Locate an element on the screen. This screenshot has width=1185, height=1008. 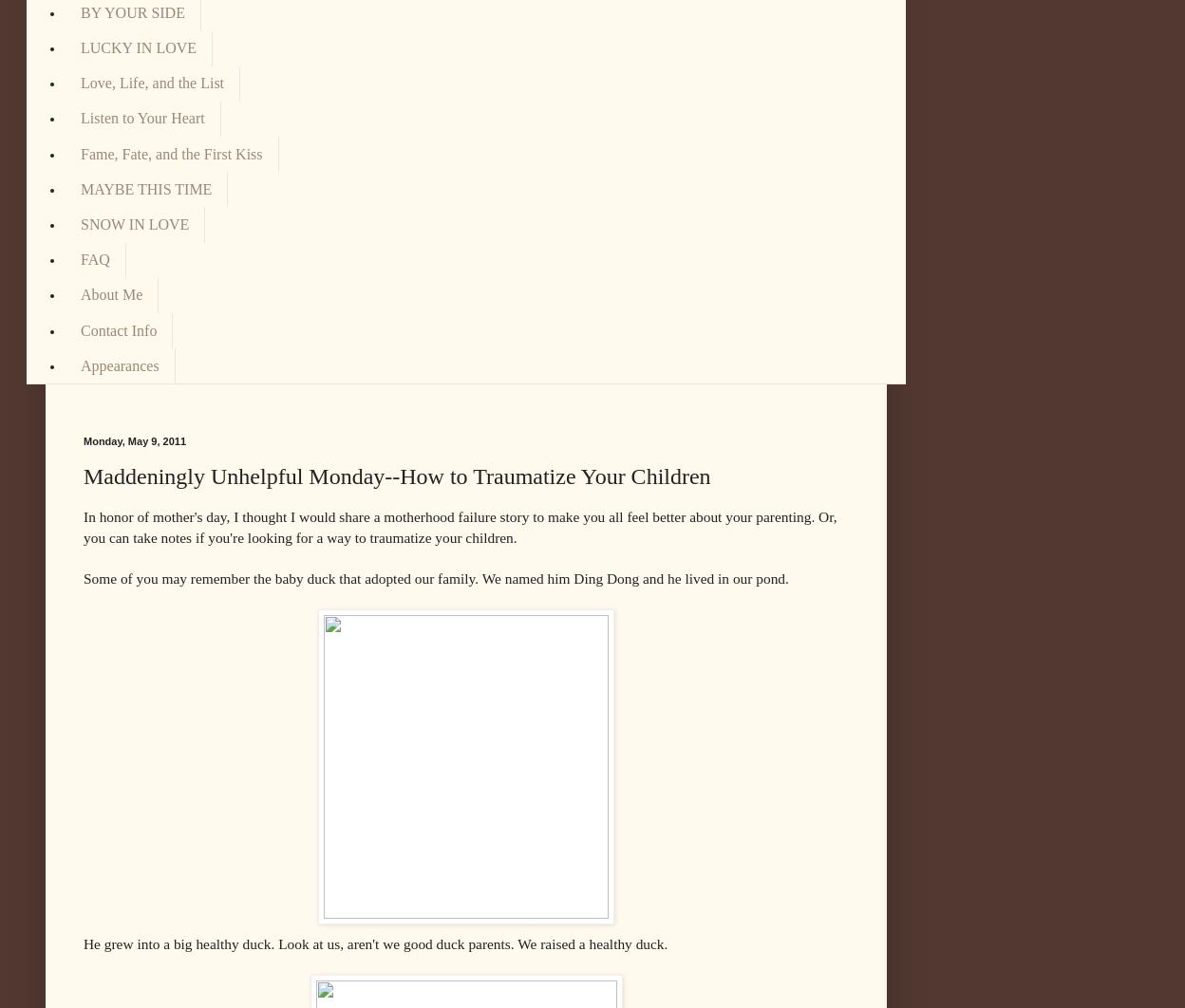
'Monday, May 9, 2011' is located at coordinates (82, 439).